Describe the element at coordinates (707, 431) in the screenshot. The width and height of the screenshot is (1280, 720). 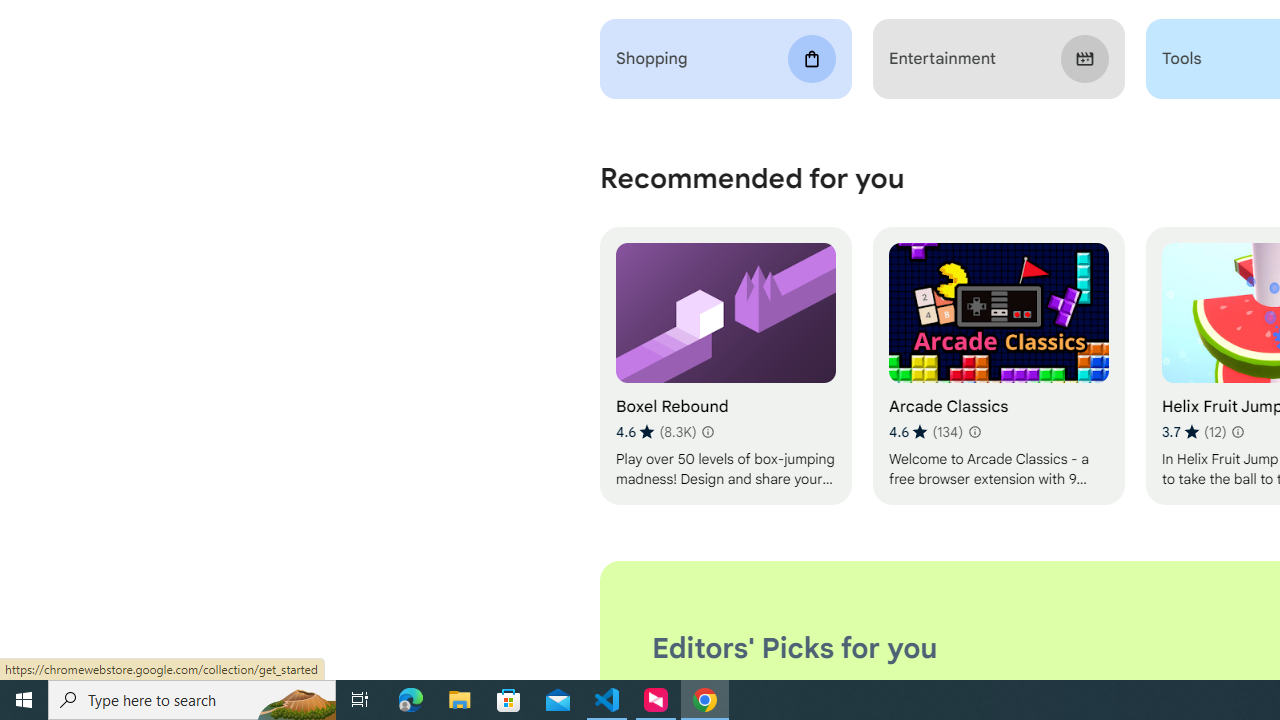
I see `'Learn more about results and reviews "Boxel Rebound"'` at that location.